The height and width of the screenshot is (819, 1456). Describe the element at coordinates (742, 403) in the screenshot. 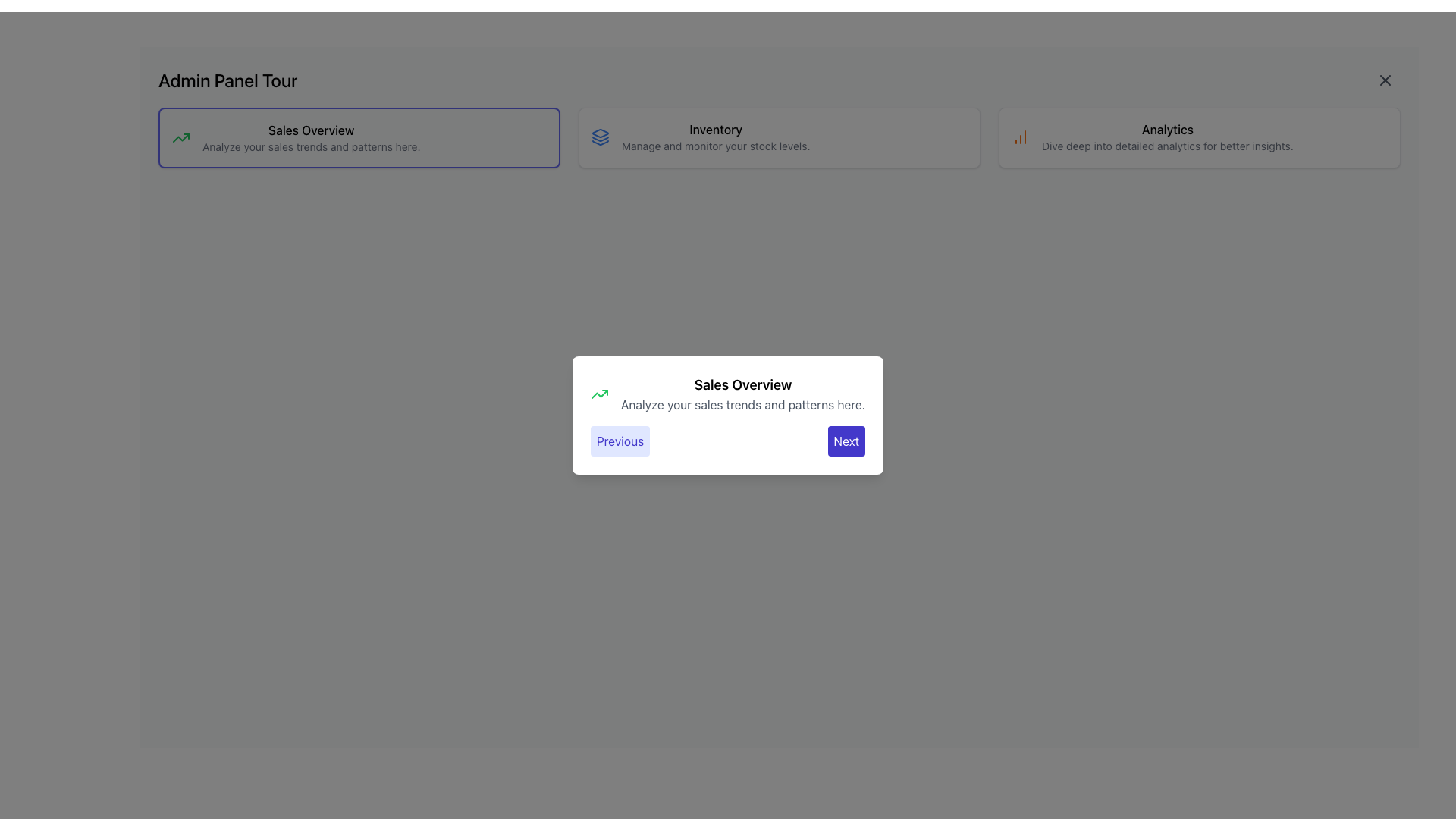

I see `the informational text label that provides context for the 'Sales Overview' title in the modal dialog` at that location.